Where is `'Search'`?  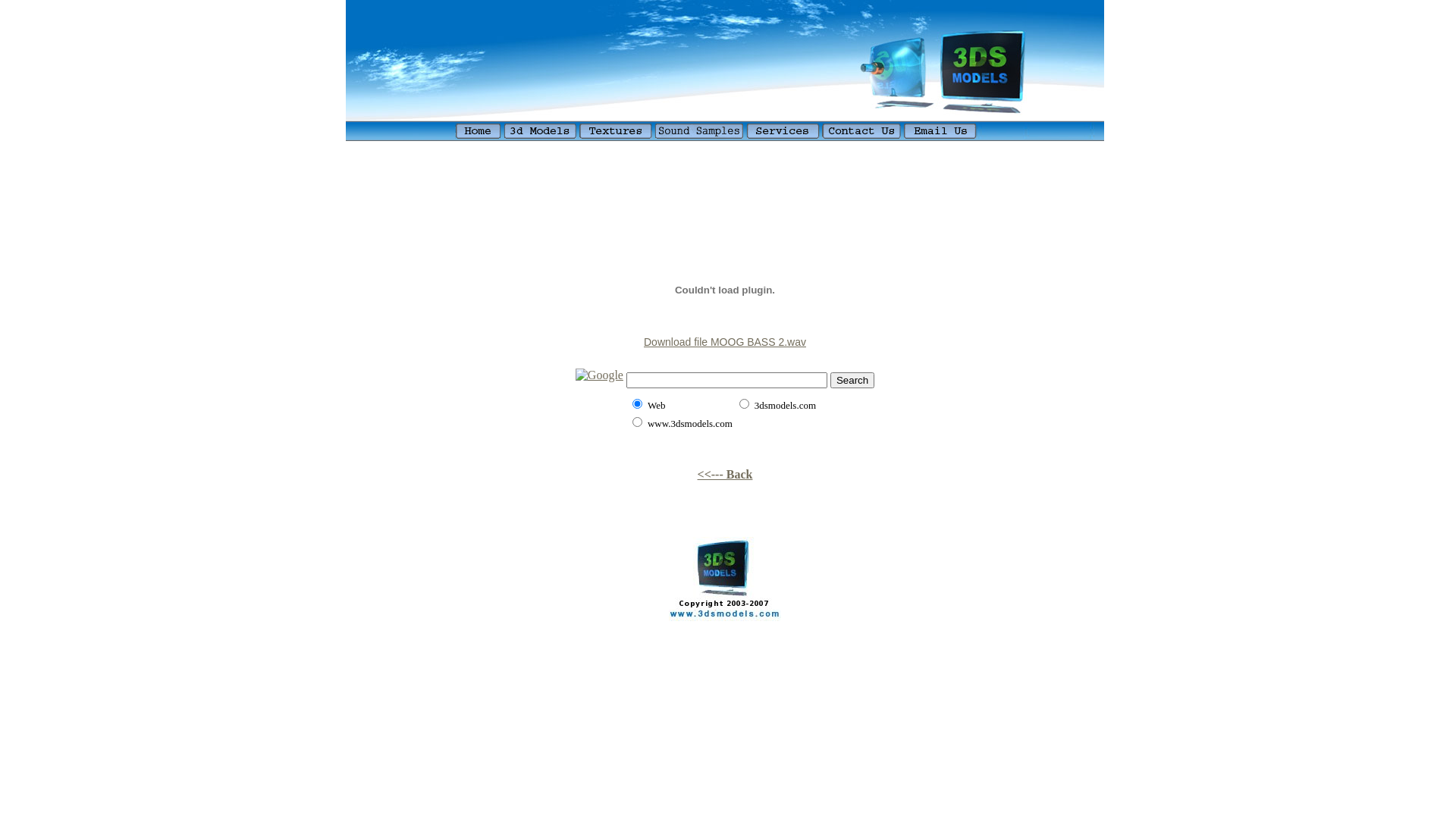
'Search' is located at coordinates (852, 378).